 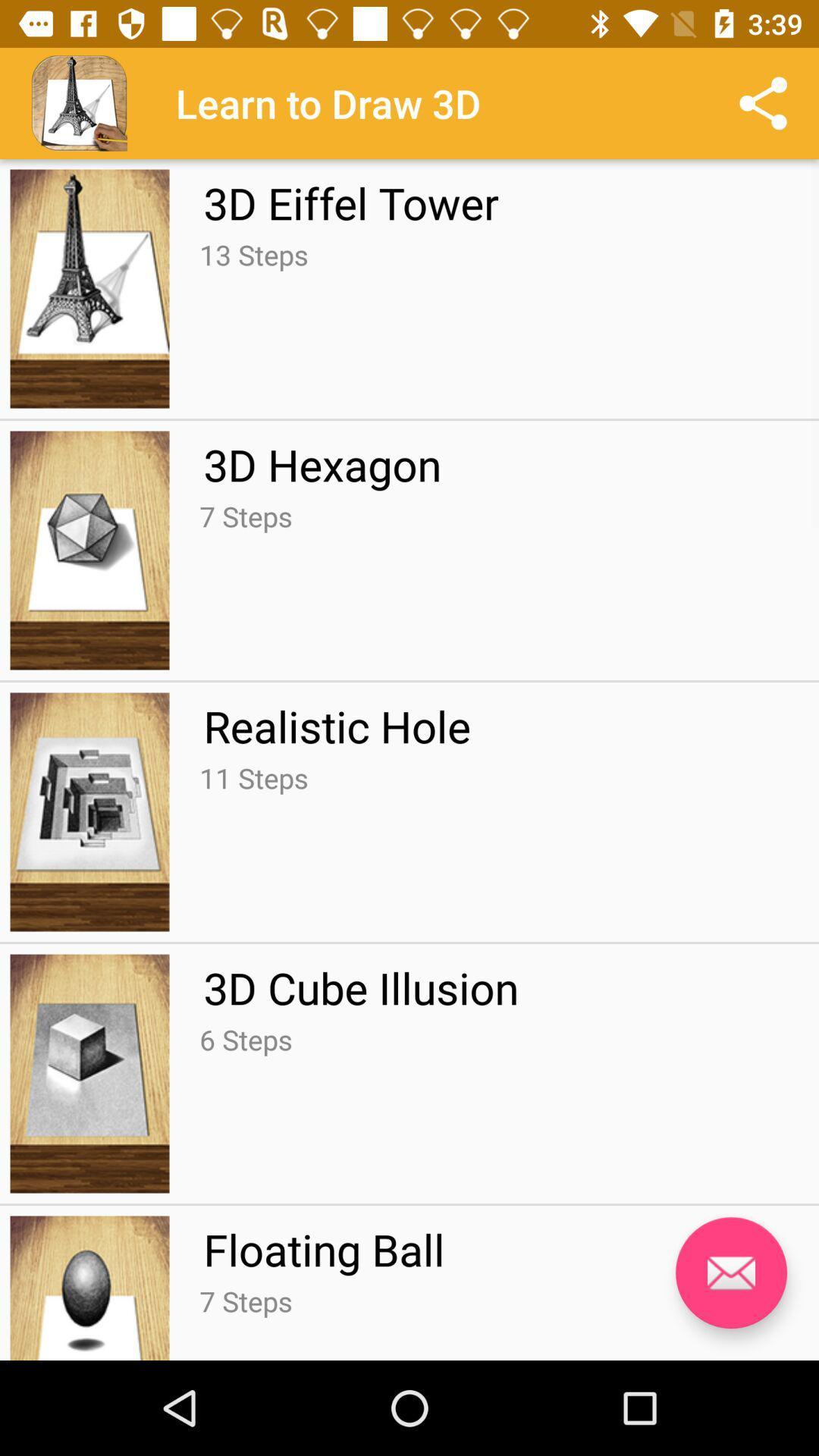 I want to click on the app above 11 steps icon, so click(x=336, y=725).